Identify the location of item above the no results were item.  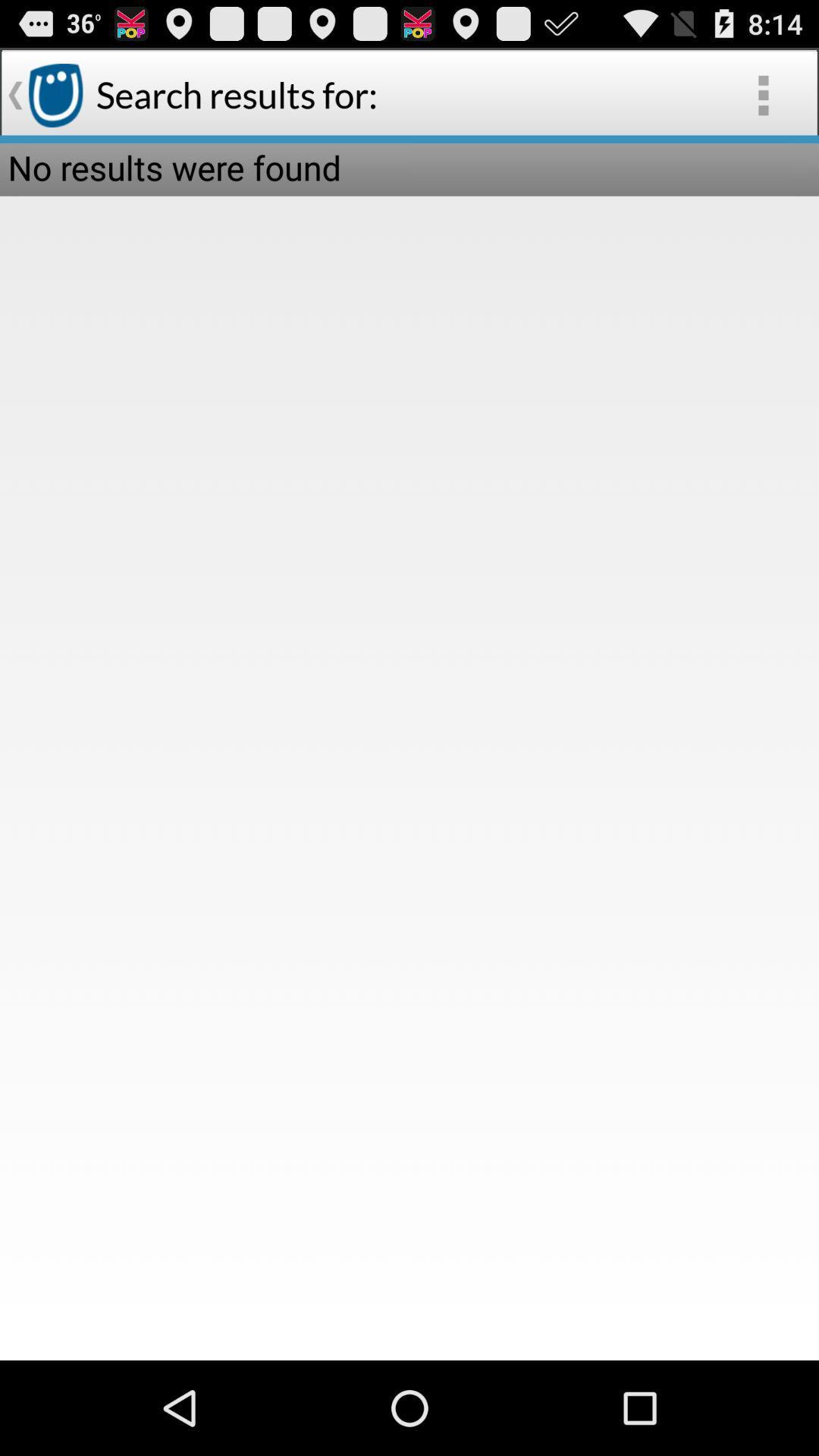
(763, 94).